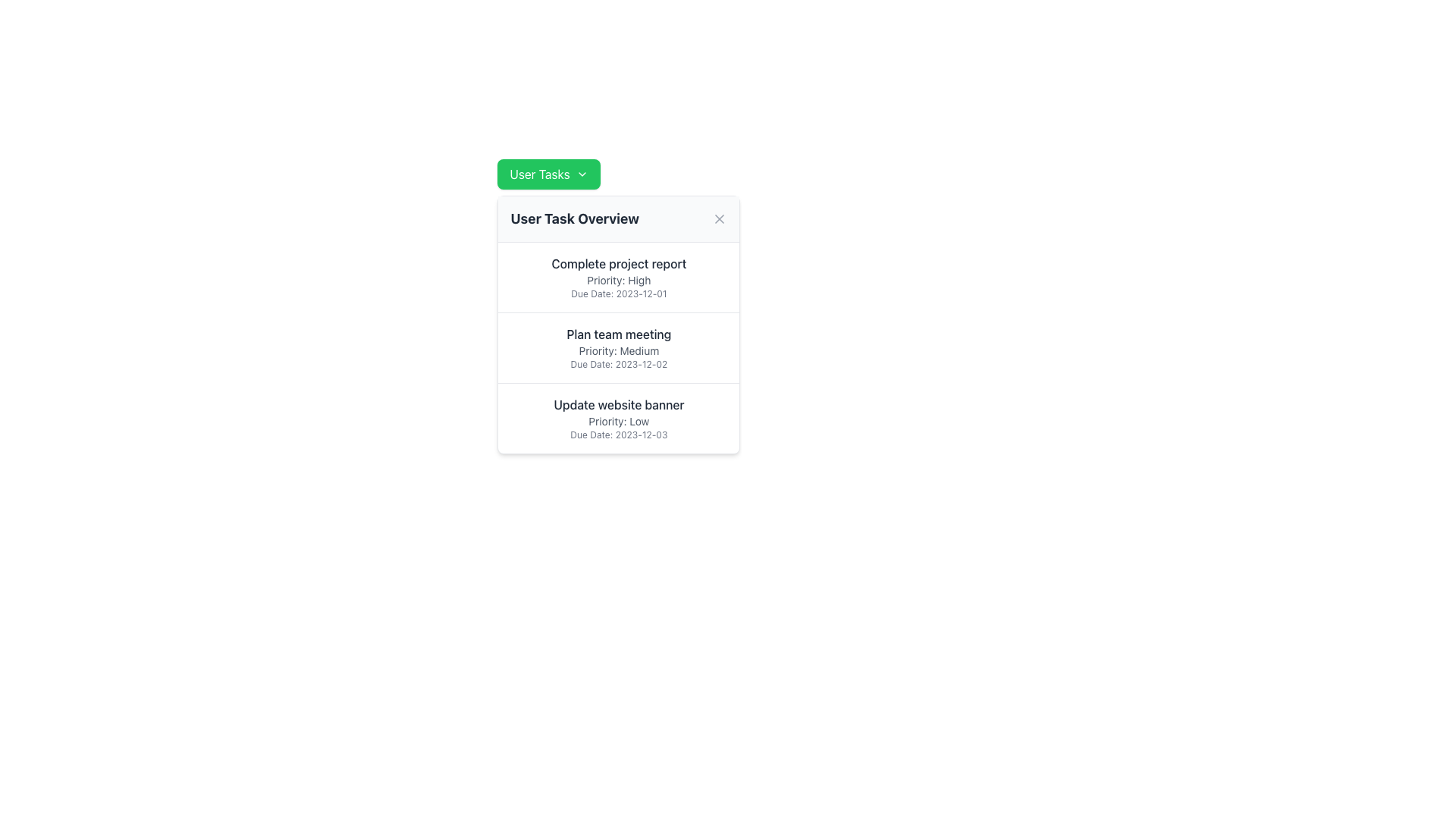 This screenshot has height=819, width=1456. I want to click on the text label that reads 'Priority: Low', which is positioned beneath the title 'Update website banner' within the User Task Overview panel, so click(619, 421).